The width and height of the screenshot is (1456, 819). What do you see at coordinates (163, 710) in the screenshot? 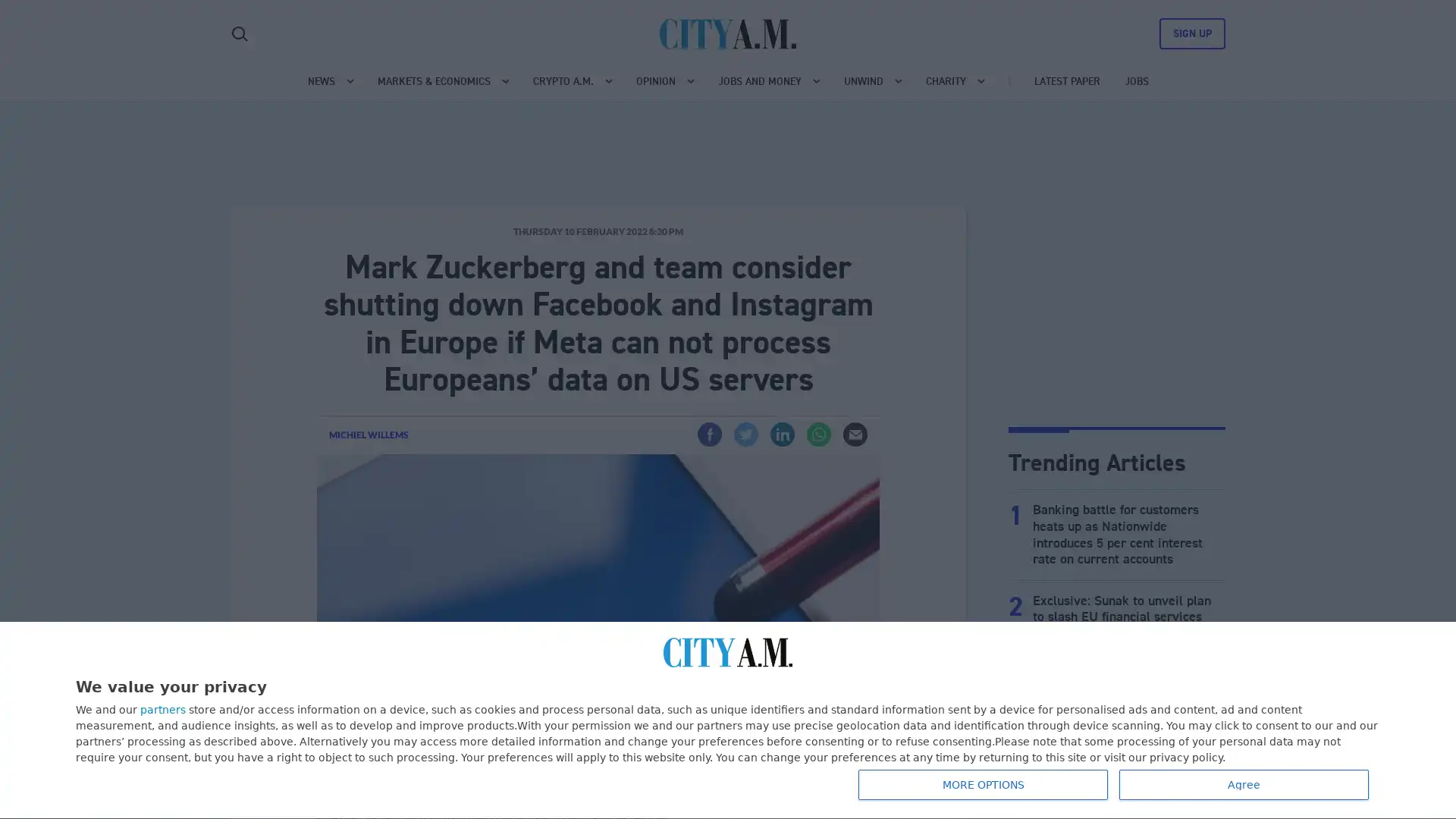
I see `partners` at bounding box center [163, 710].